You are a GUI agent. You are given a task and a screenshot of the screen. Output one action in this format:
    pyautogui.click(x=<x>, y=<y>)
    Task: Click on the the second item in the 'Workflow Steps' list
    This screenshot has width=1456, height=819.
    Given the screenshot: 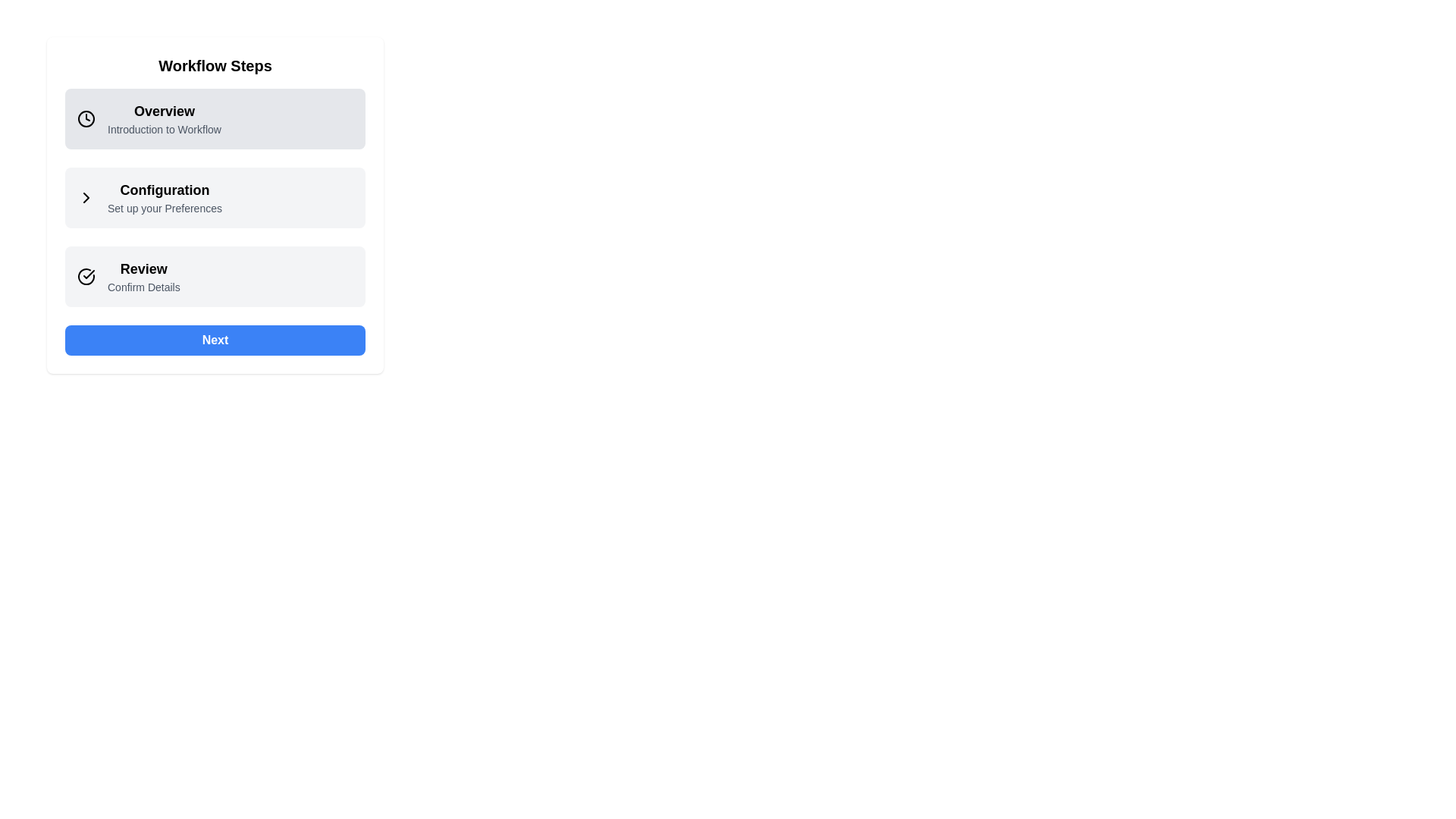 What is the action you would take?
    pyautogui.click(x=214, y=197)
    